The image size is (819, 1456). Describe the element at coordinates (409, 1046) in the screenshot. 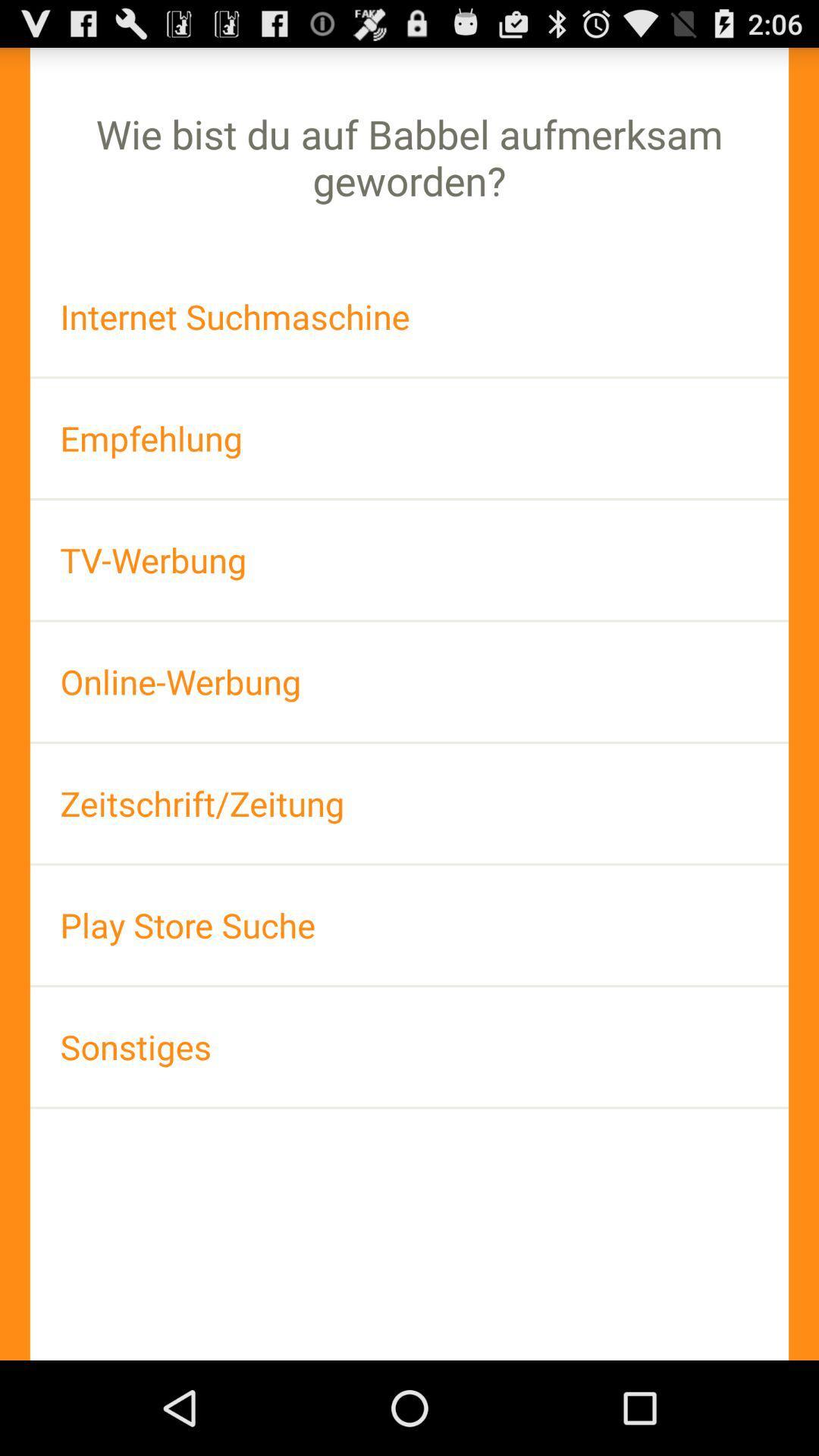

I see `the sonstiges app` at that location.